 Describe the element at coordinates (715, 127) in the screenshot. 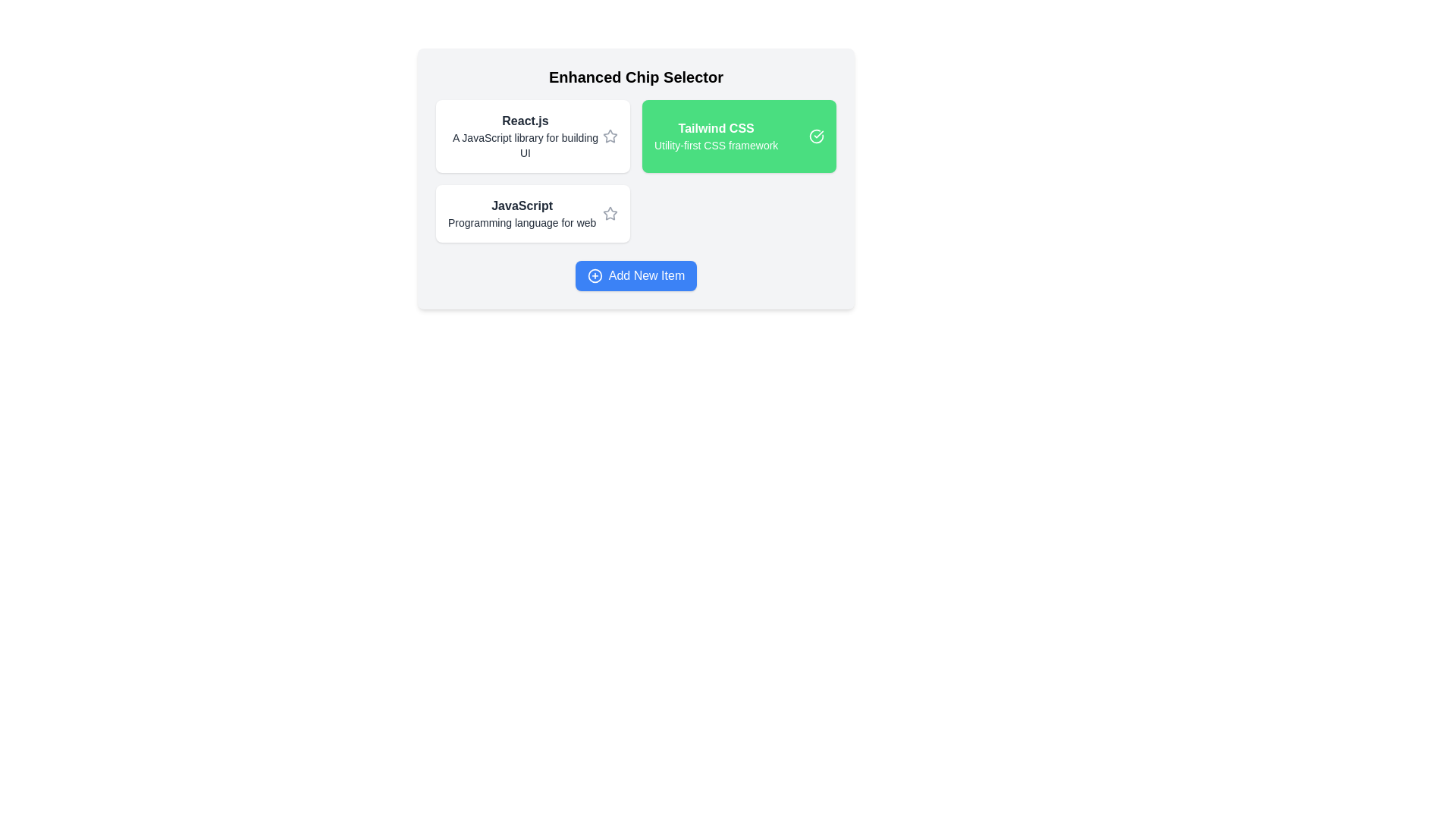

I see `the text label representing 'Tailwind CSS' located at the top-center of the green card within the 'Enhanced Chip Selector' layout` at that location.